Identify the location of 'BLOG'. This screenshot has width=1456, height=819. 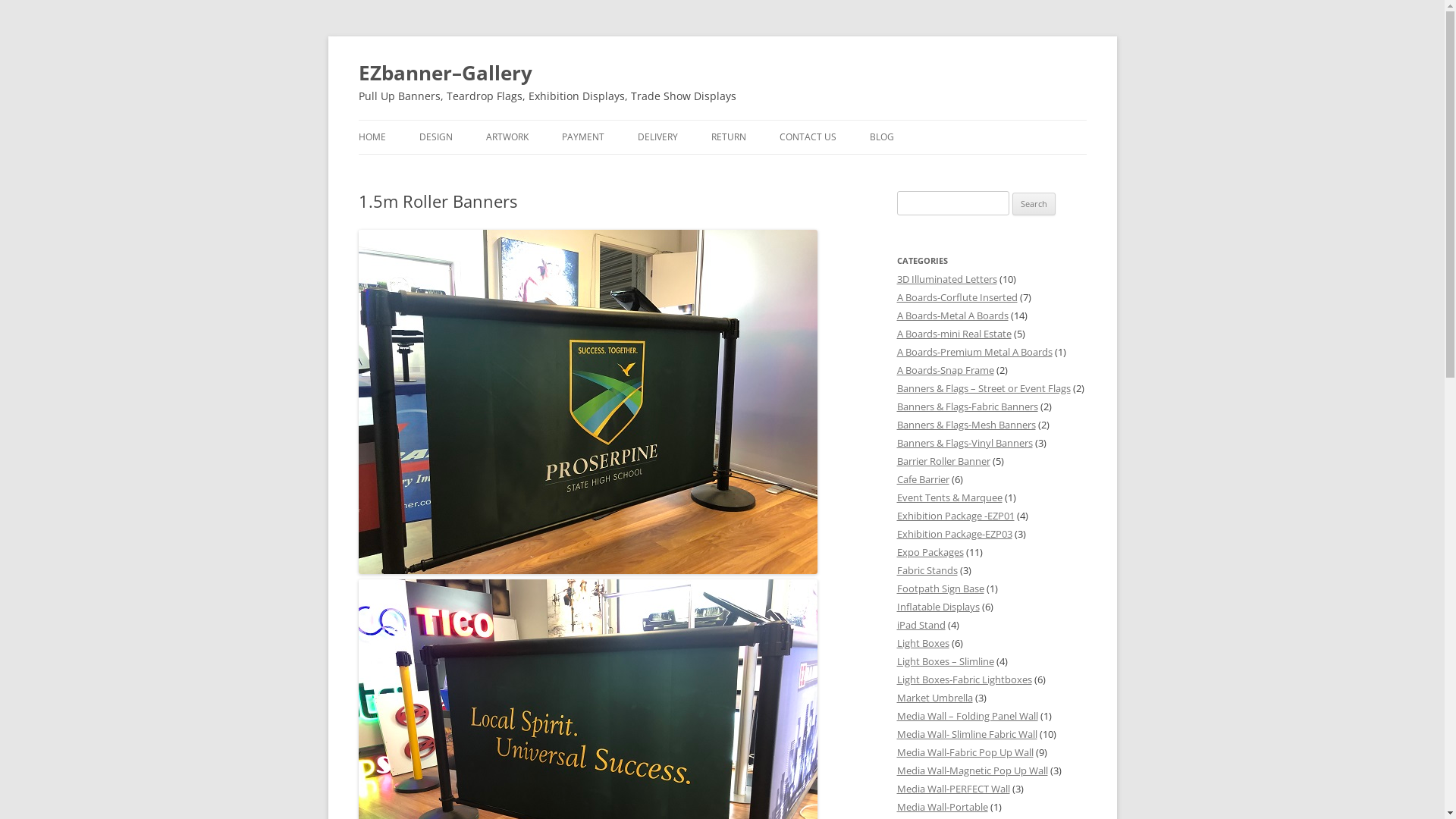
(880, 137).